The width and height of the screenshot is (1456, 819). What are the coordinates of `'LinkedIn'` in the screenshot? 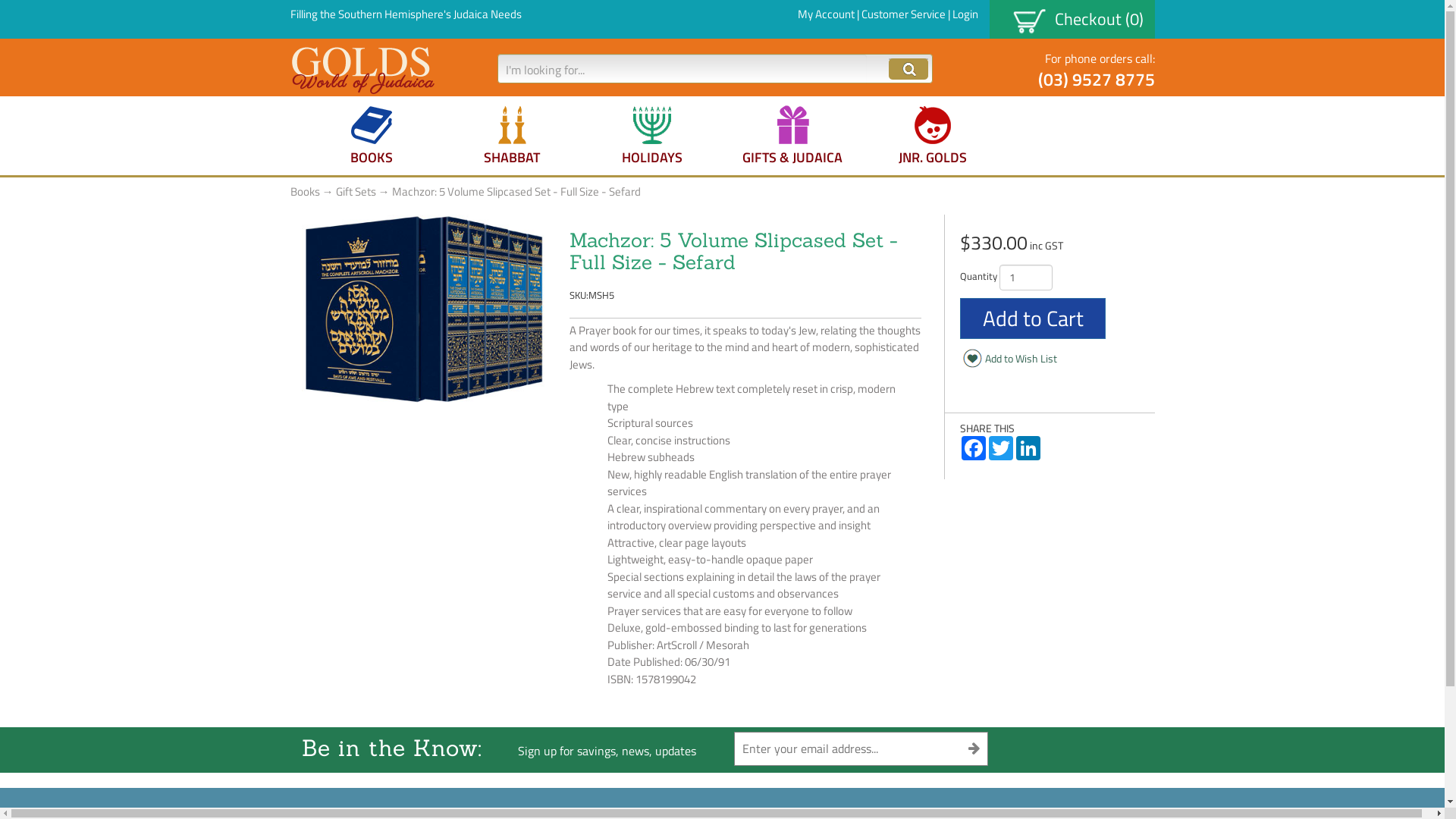 It's located at (1028, 447).